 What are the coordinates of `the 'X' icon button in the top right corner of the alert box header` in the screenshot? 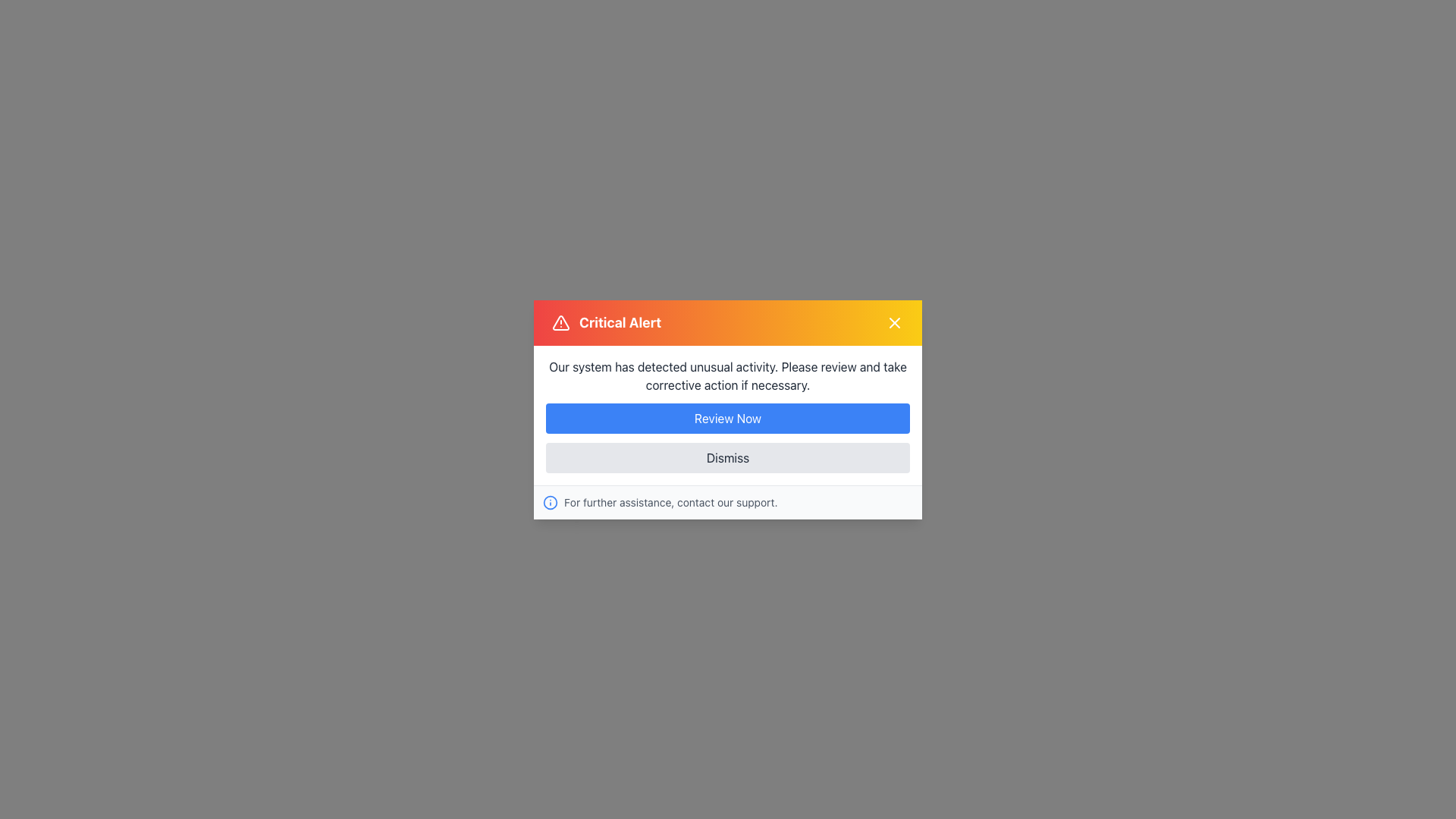 It's located at (895, 321).